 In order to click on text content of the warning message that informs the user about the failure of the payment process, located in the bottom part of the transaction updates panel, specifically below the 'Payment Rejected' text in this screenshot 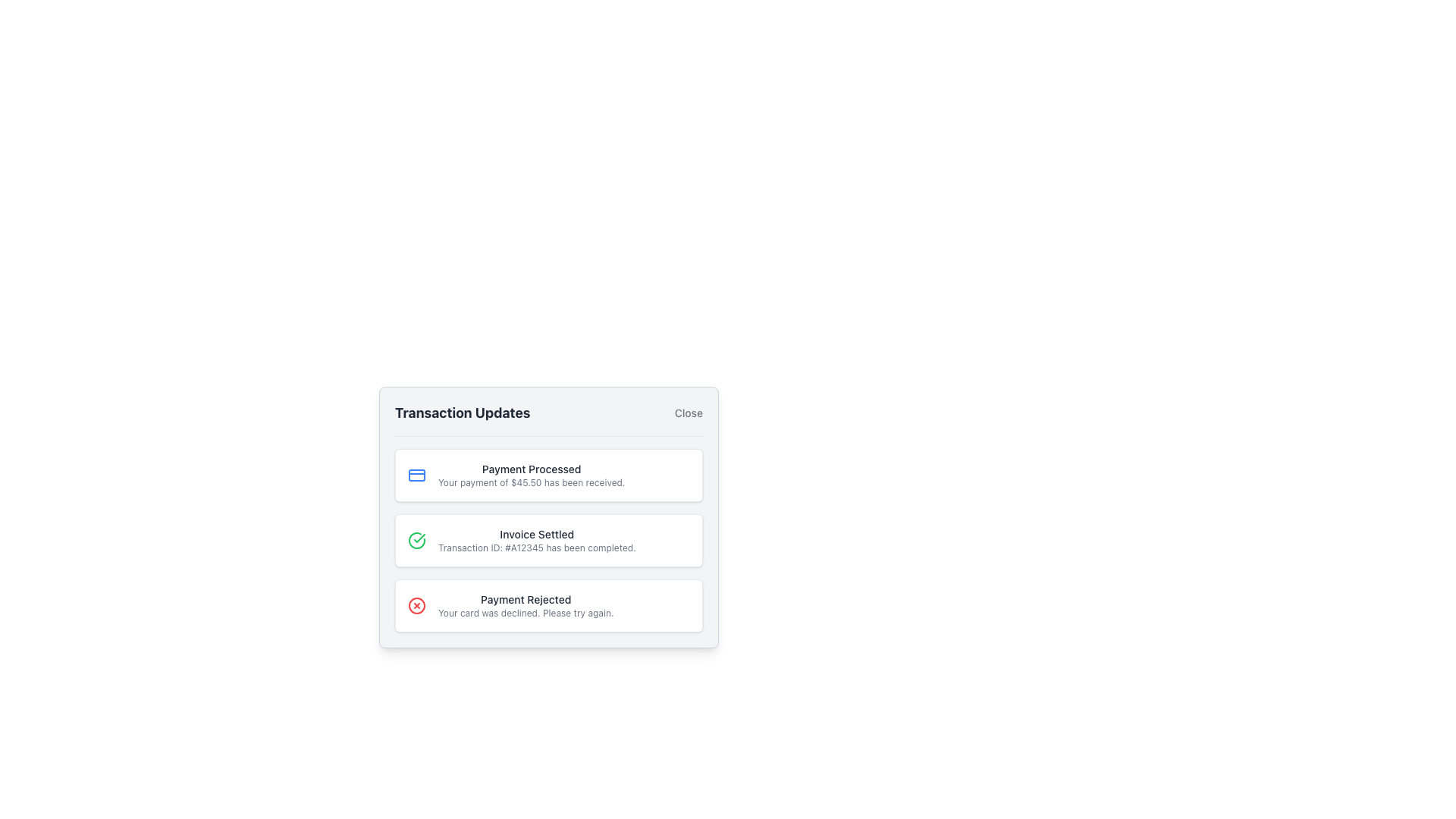, I will do `click(526, 613)`.